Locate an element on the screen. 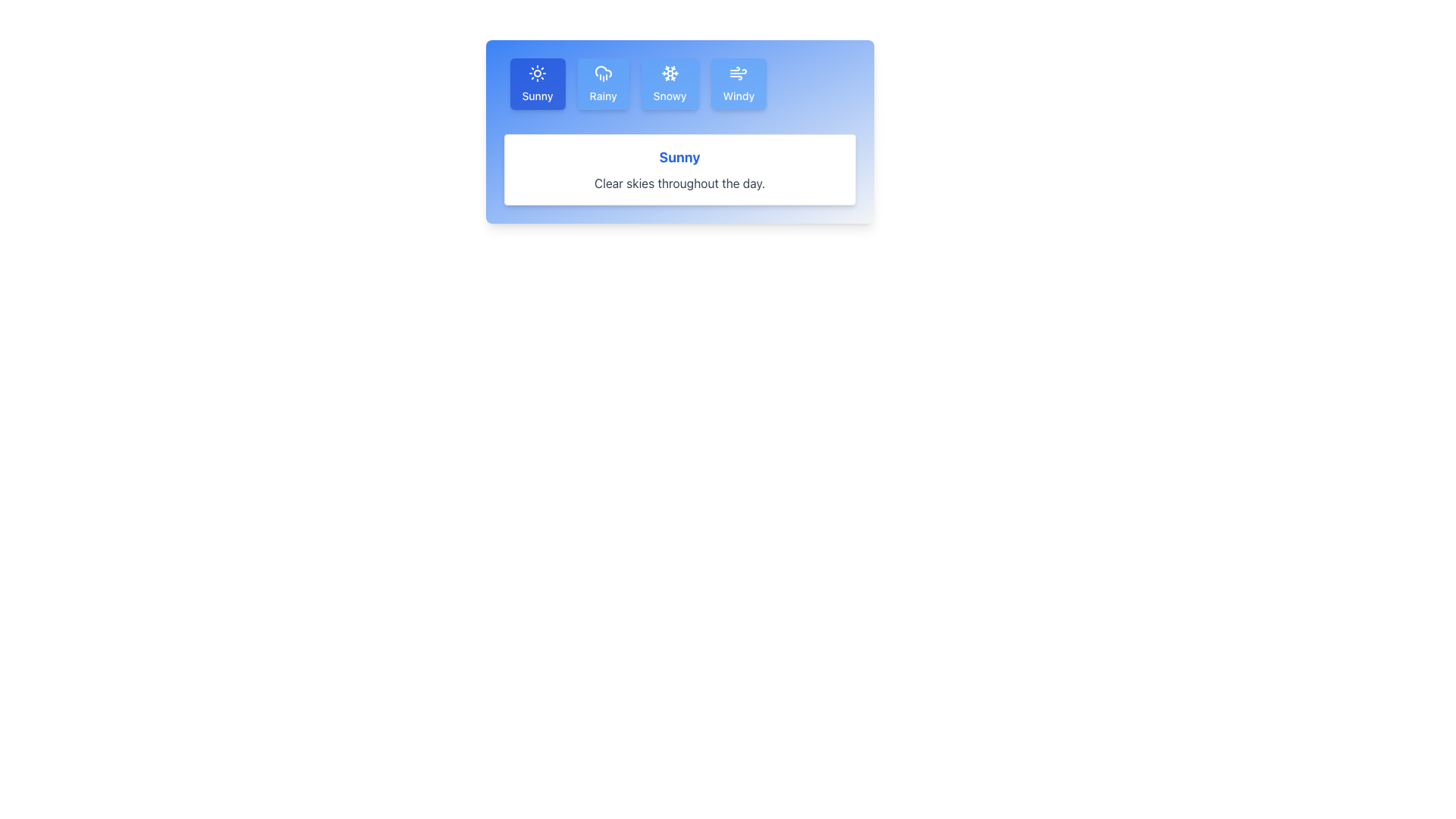 This screenshot has height=819, width=1456. the text label displaying the bold 'Sunny' in large blue font, which is center-aligned and visually distinct within its white rounded box is located at coordinates (679, 158).